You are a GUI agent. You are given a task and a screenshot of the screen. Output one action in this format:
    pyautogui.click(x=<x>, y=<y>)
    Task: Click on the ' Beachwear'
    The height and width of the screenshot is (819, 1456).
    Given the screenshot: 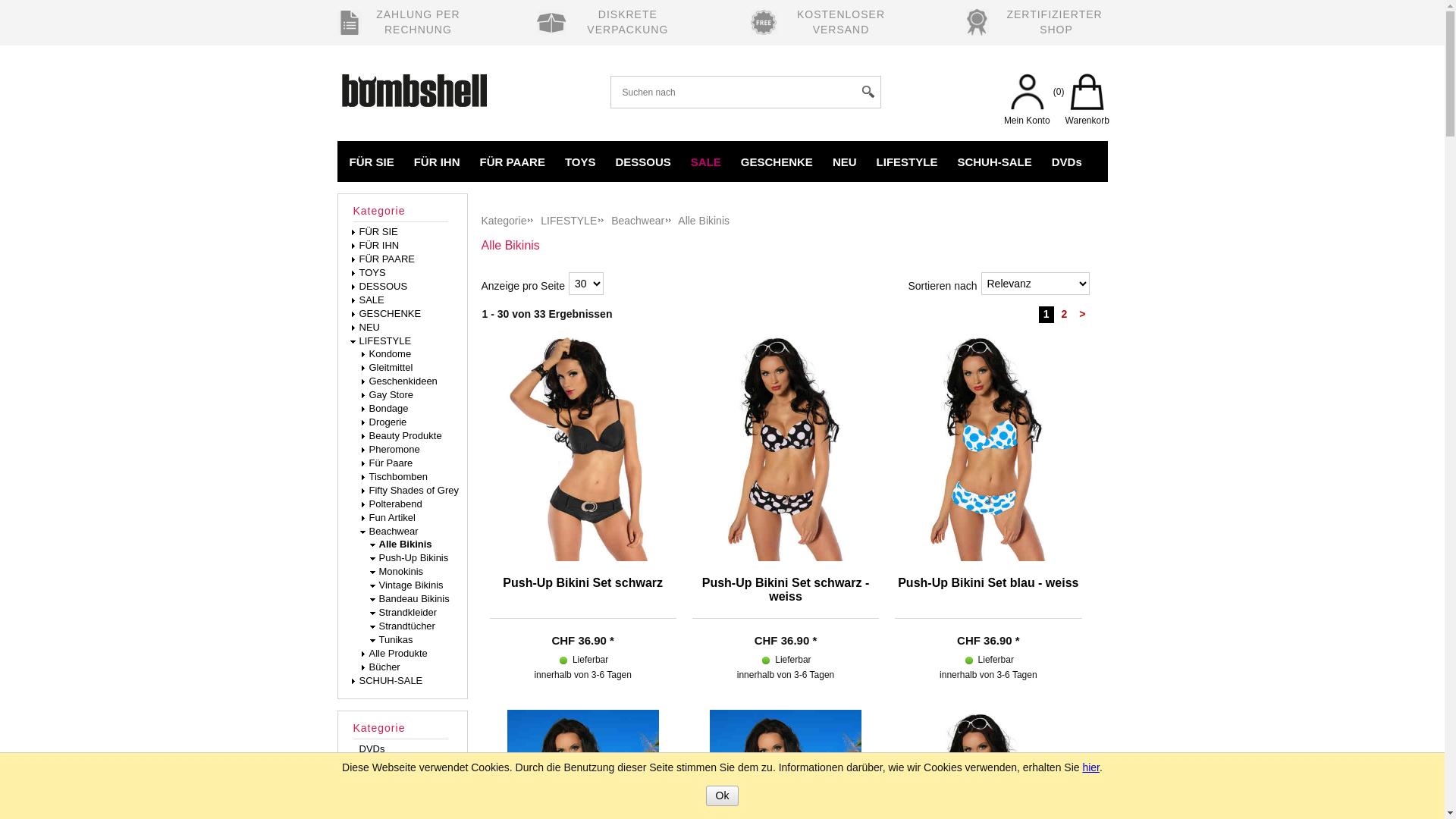 What is the action you would take?
    pyautogui.click(x=394, y=530)
    